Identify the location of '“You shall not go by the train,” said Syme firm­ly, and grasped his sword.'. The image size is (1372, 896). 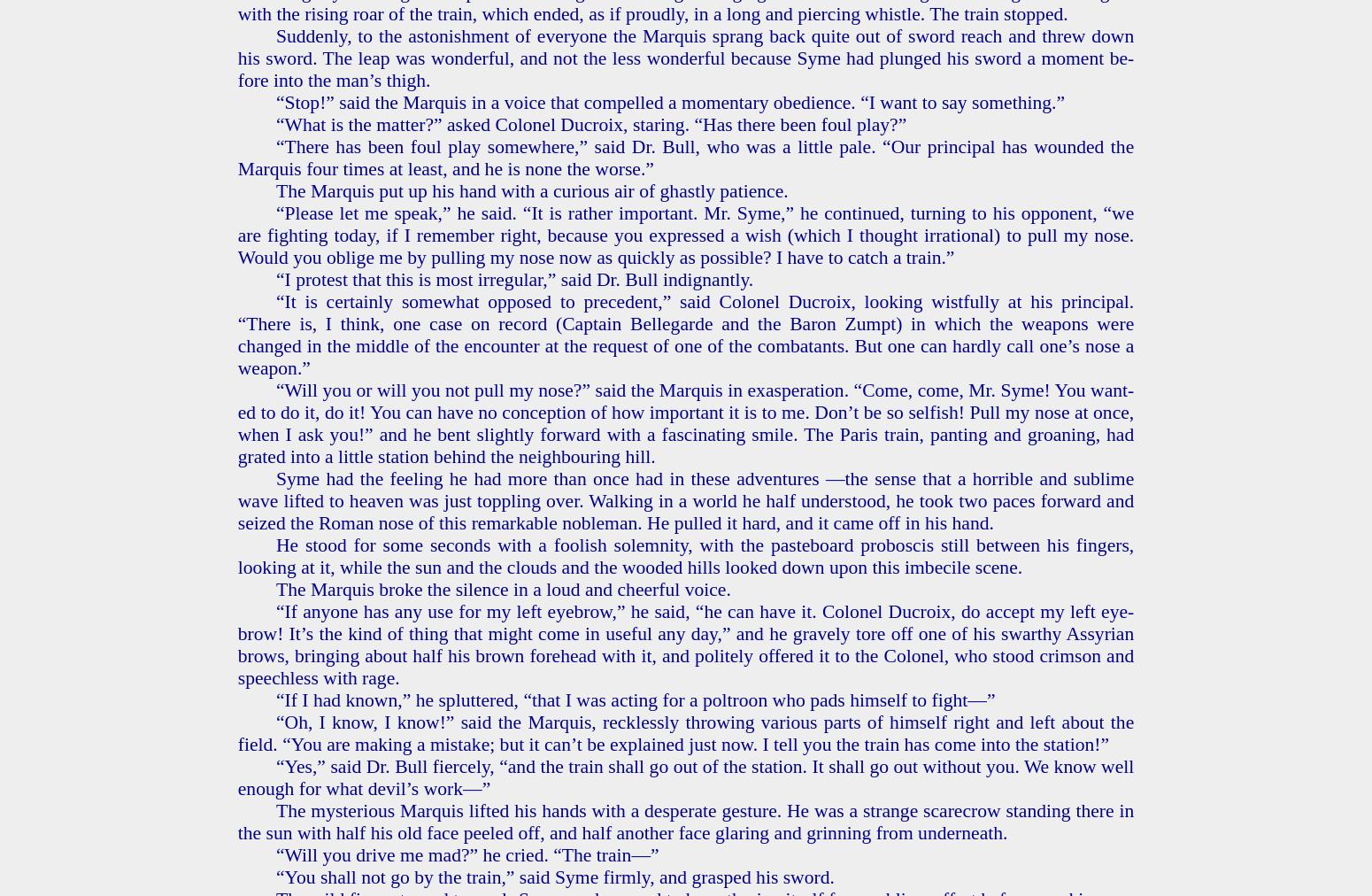
(553, 877).